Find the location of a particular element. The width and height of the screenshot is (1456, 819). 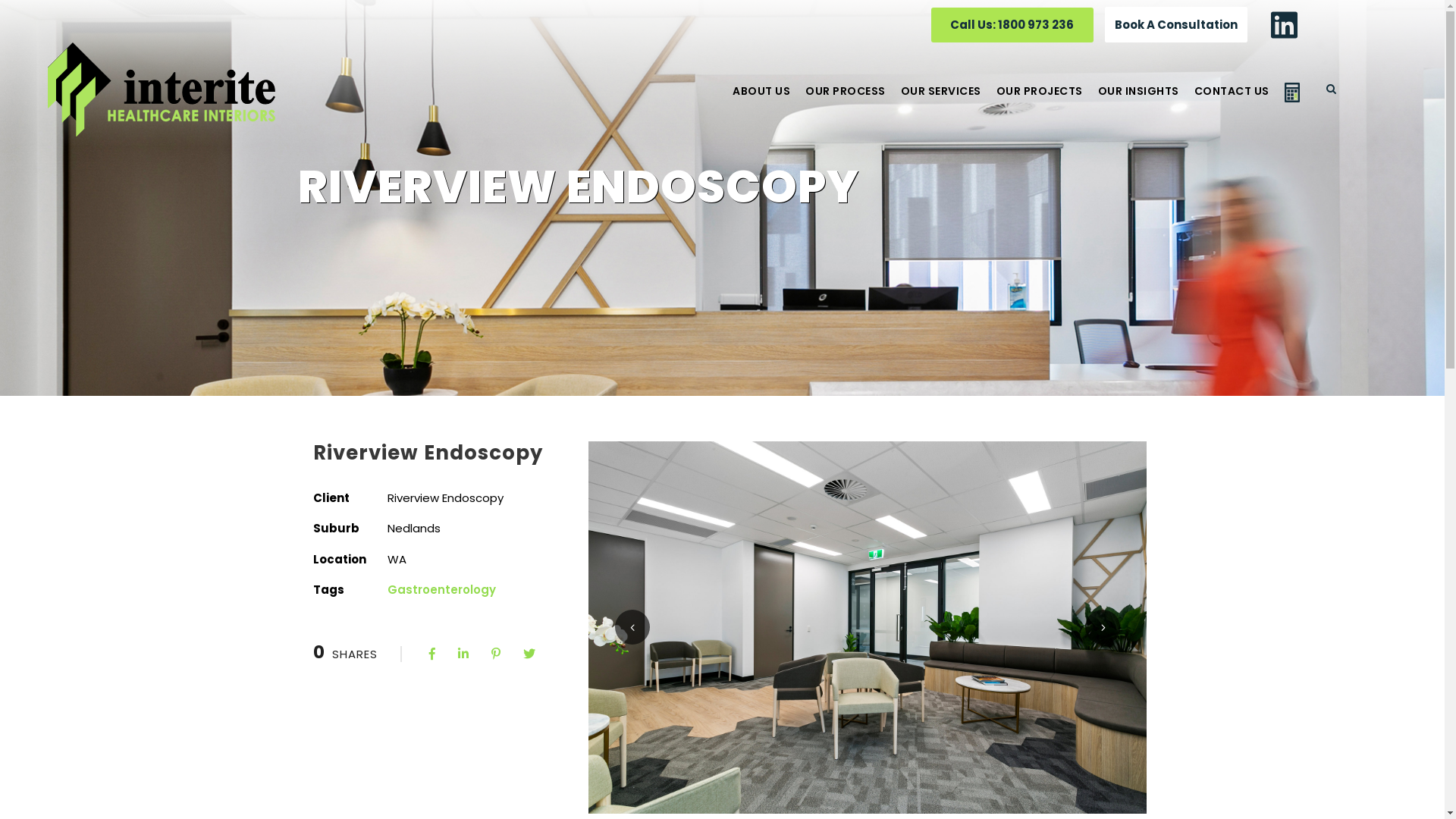

'OUR SERVICES' is located at coordinates (901, 101).